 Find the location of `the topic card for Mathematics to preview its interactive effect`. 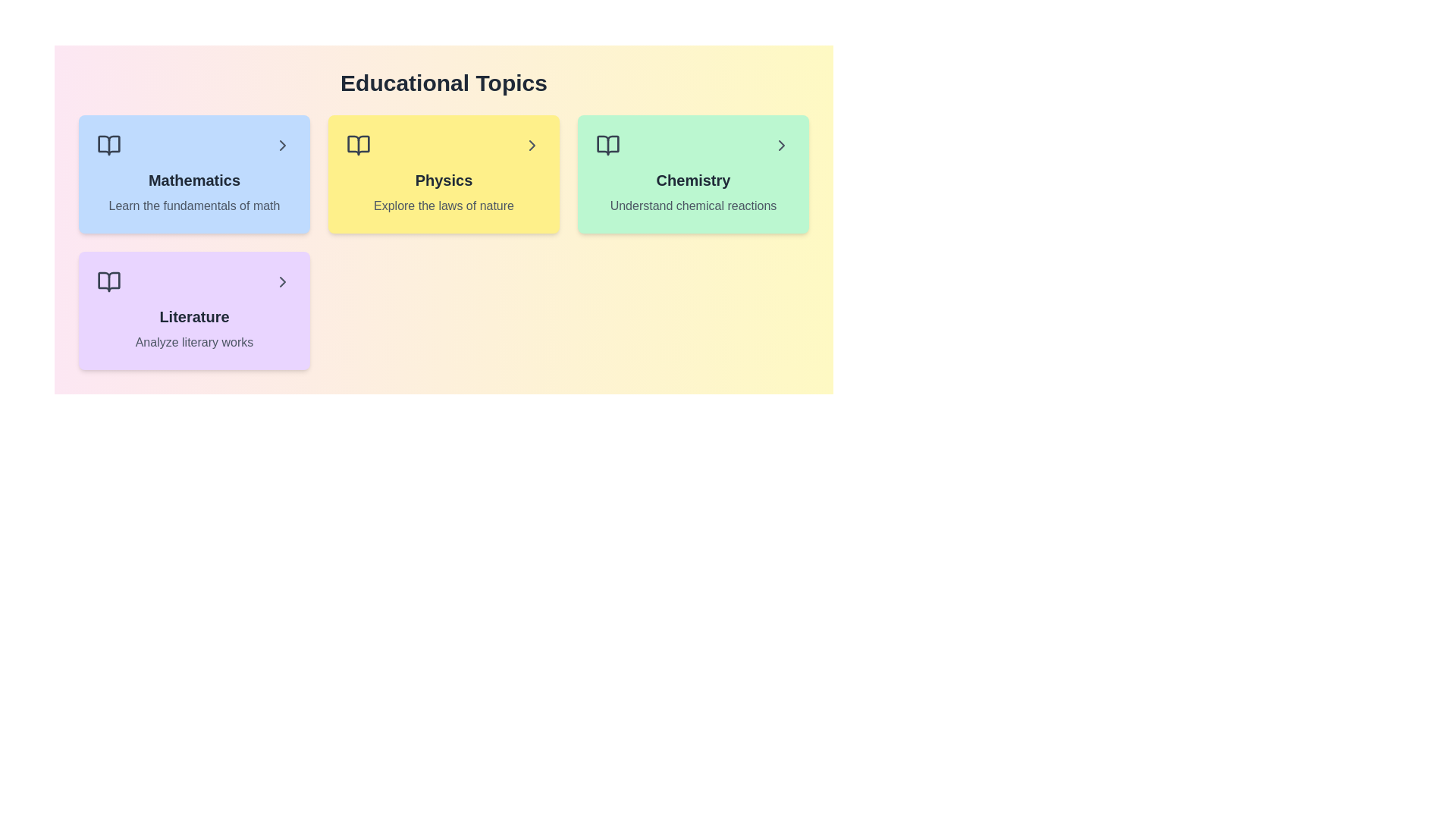

the topic card for Mathematics to preview its interactive effect is located at coordinates (193, 174).